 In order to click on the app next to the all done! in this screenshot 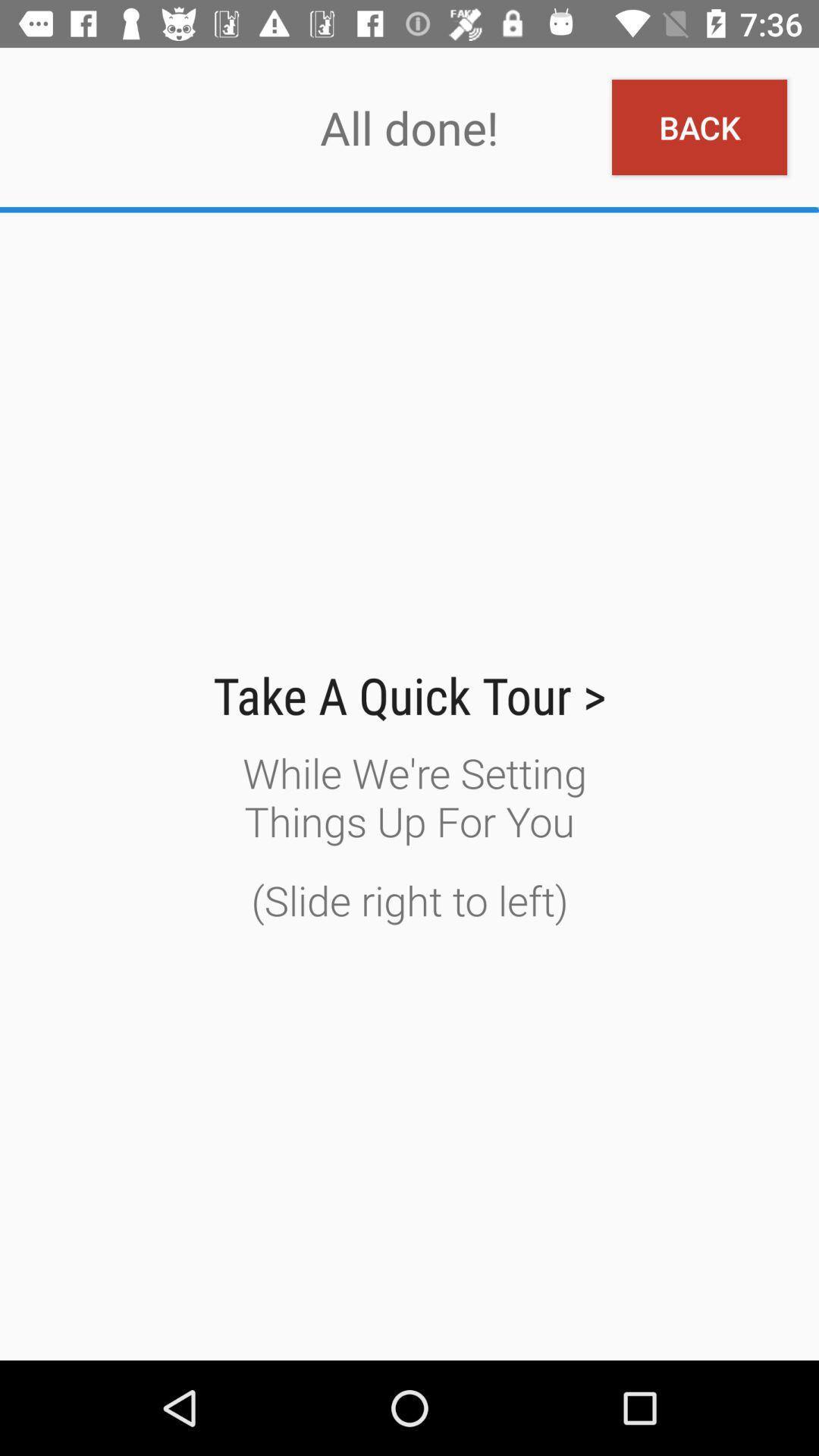, I will do `click(699, 127)`.